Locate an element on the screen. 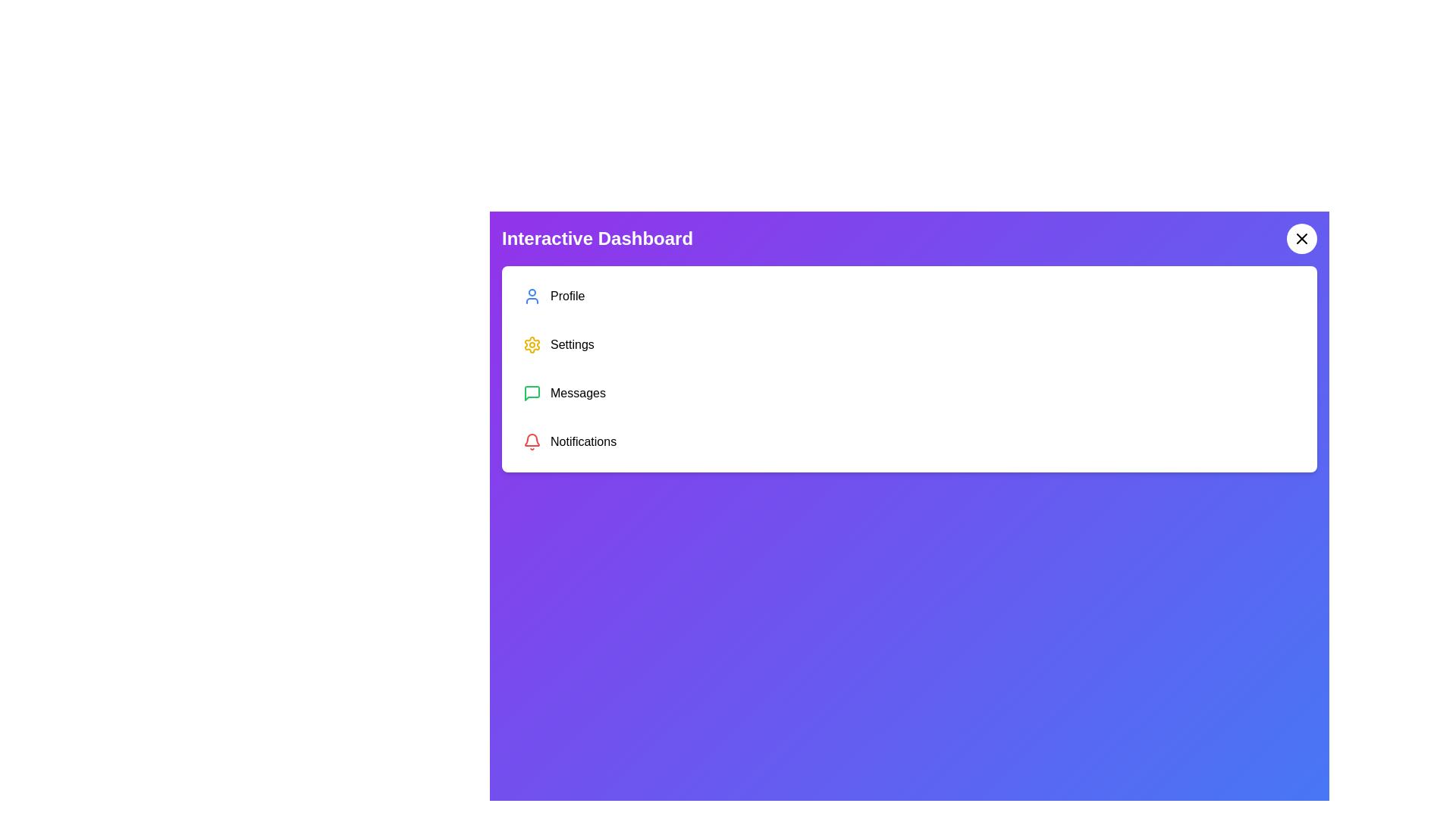 The width and height of the screenshot is (1456, 819). the red bell icon representing notifications located in the last row of the menu under the text label 'Notifications' to interact with it is located at coordinates (532, 441).